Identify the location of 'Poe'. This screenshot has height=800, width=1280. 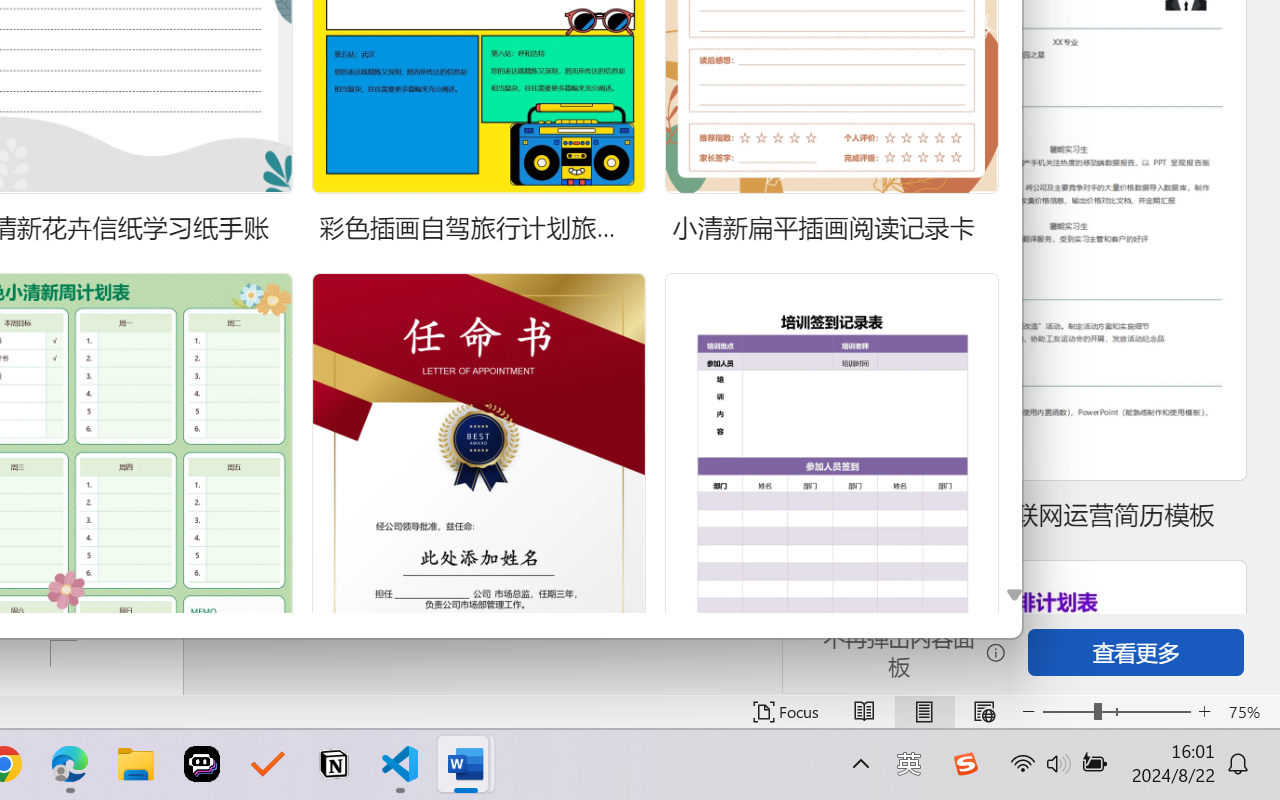
(202, 764).